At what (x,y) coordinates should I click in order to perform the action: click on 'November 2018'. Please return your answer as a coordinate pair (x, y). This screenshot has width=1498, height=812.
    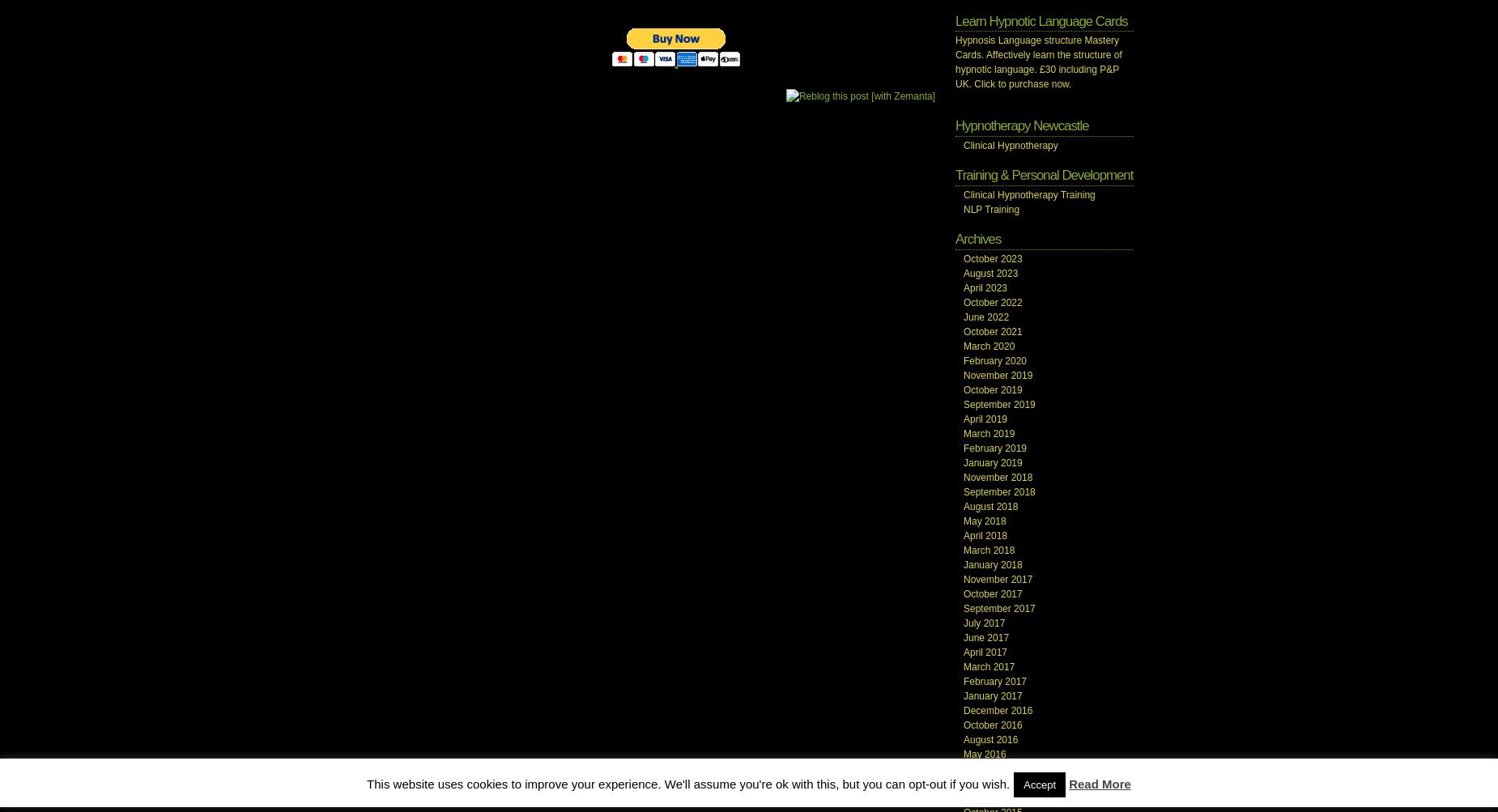
    Looking at the image, I should click on (997, 475).